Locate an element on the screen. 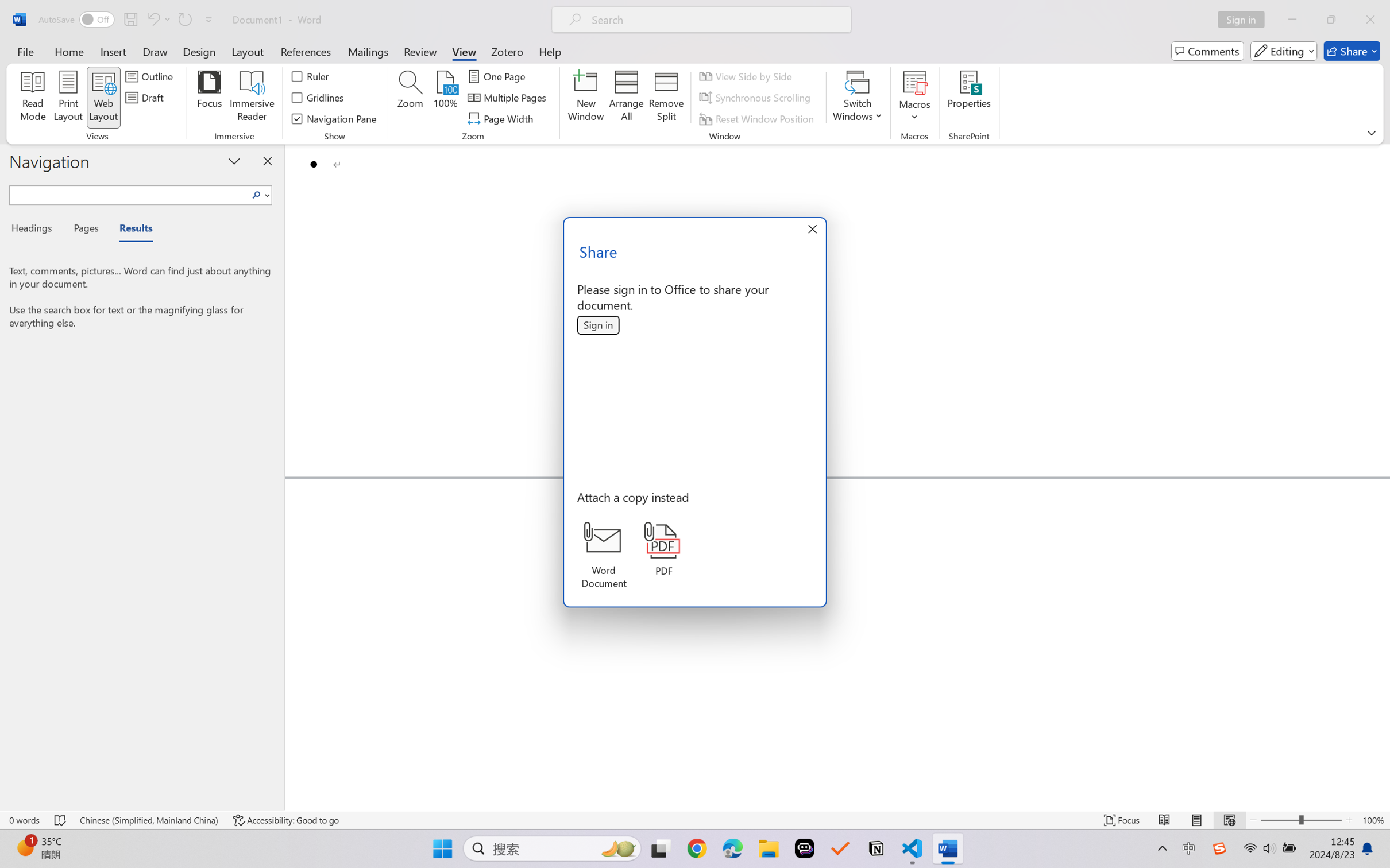 Image resolution: width=1390 pixels, height=868 pixels. 'Undo Bullet Default' is located at coordinates (157, 19).